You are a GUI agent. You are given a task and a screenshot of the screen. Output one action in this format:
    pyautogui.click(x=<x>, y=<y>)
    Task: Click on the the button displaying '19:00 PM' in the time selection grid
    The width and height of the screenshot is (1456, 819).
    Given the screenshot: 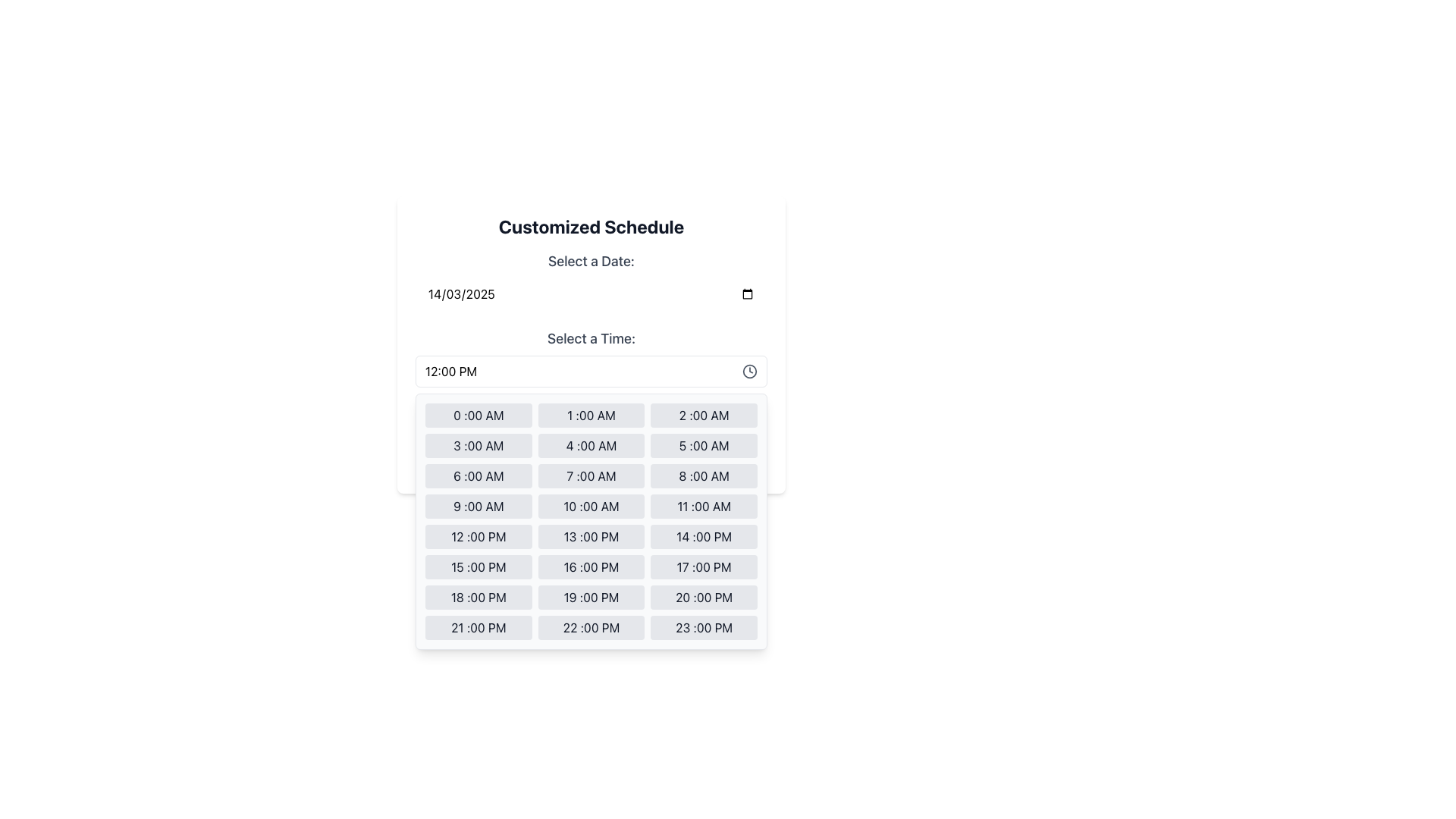 What is the action you would take?
    pyautogui.click(x=590, y=596)
    